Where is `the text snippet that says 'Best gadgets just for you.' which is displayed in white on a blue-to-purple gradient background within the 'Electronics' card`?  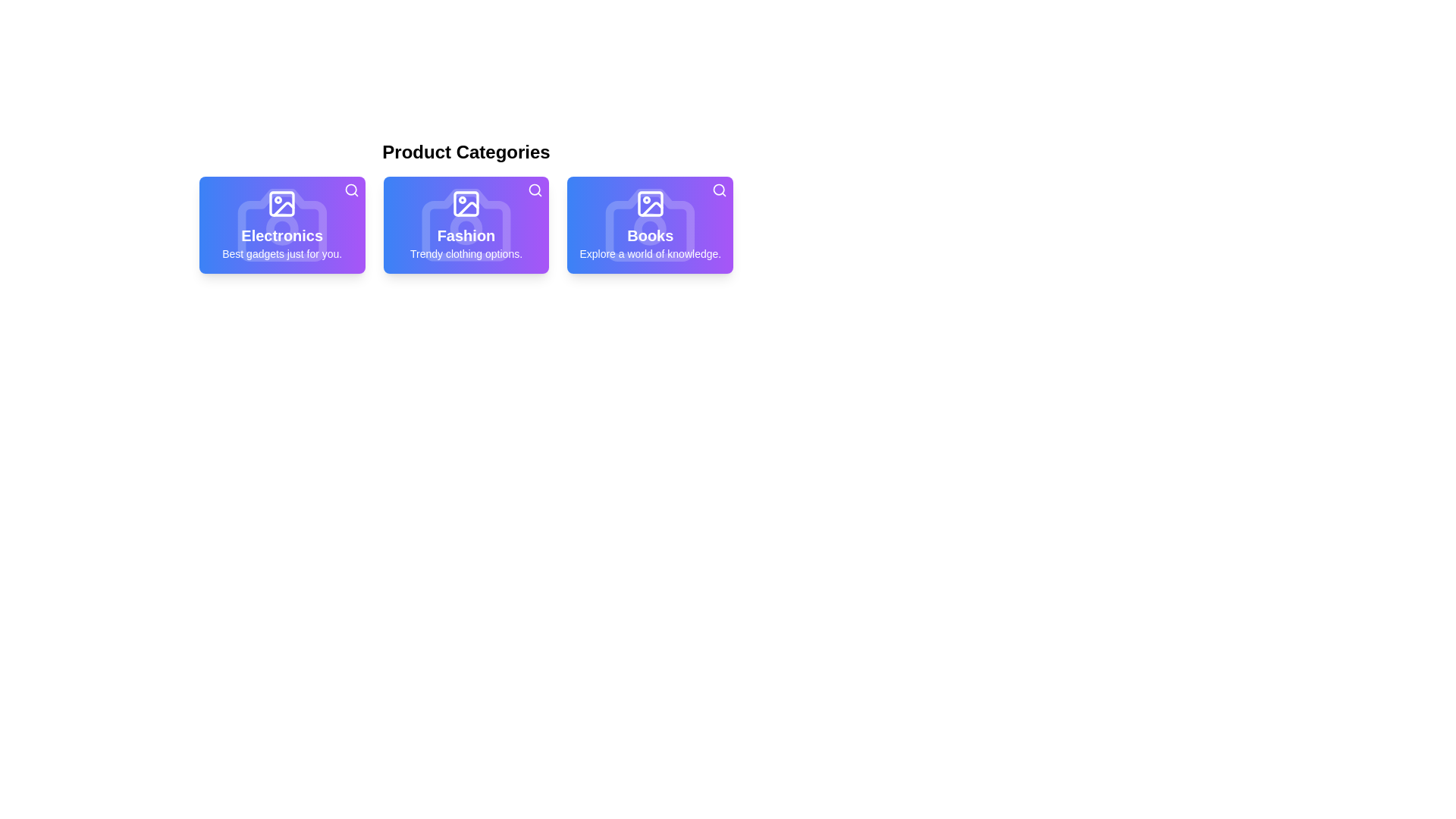 the text snippet that says 'Best gadgets just for you.' which is displayed in white on a blue-to-purple gradient background within the 'Electronics' card is located at coordinates (282, 253).